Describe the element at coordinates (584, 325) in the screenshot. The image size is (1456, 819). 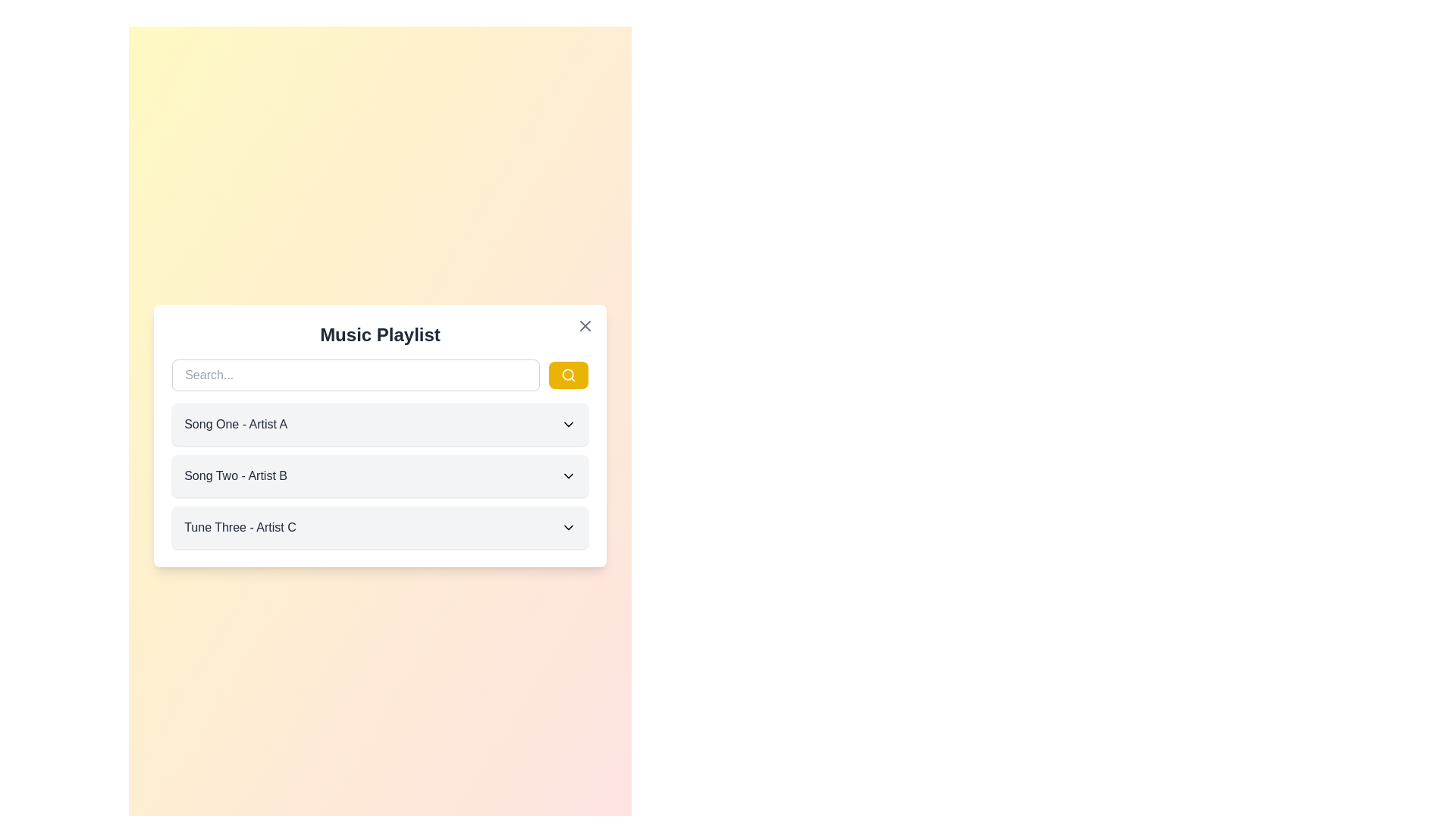
I see `the 'X' close button located at the top-right corner of the music playlist card` at that location.